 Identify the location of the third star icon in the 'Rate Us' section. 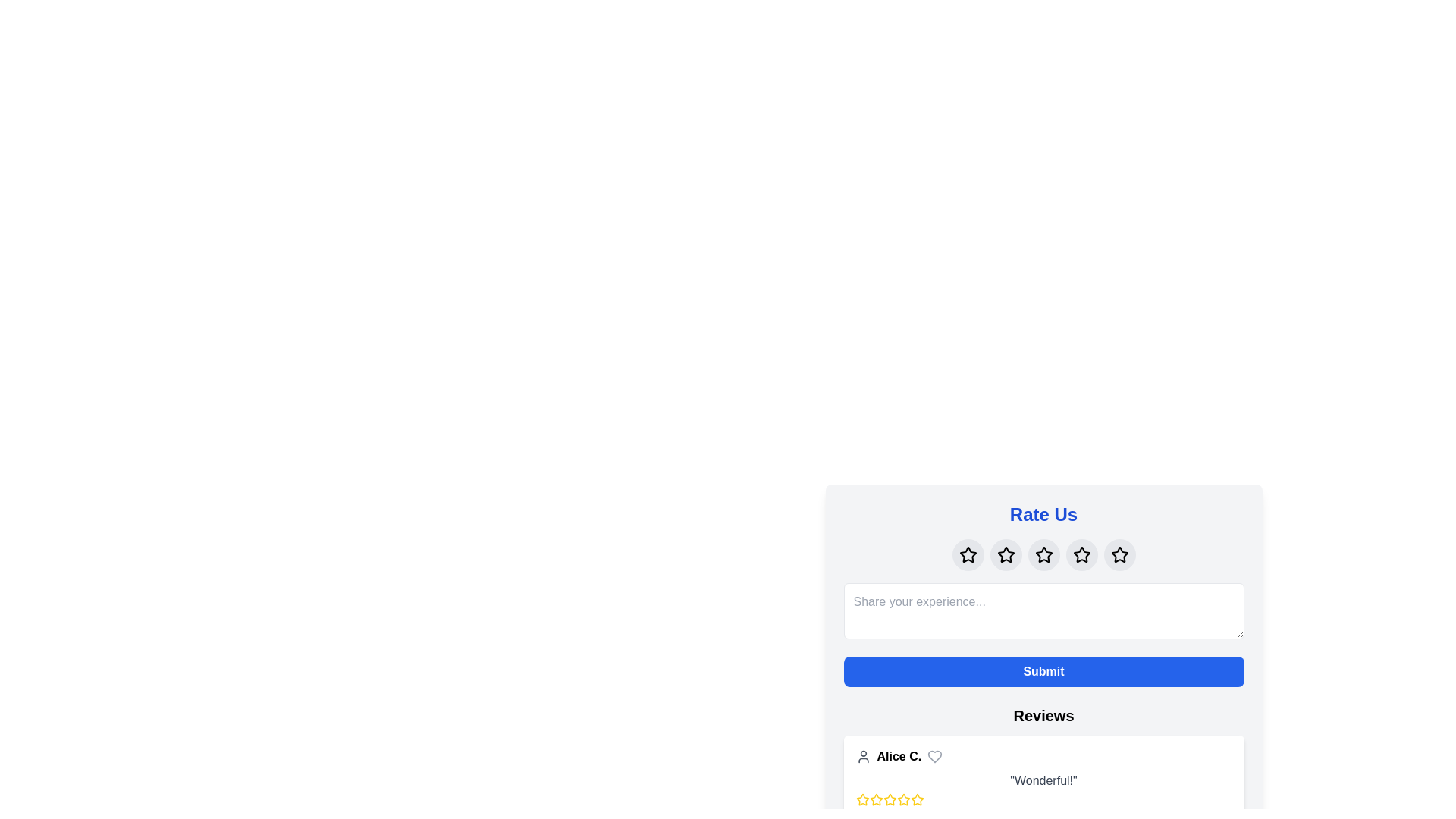
(1043, 555).